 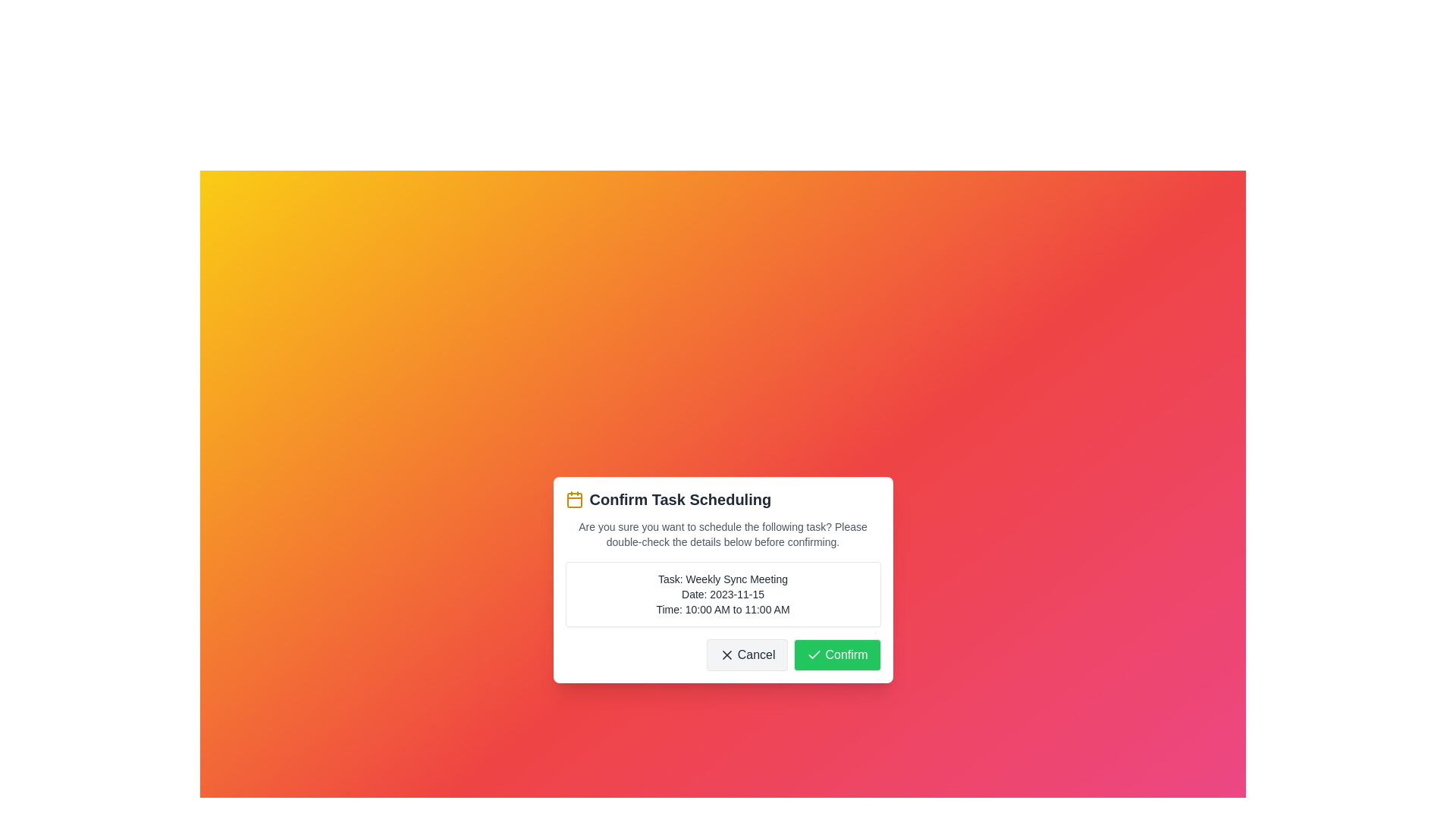 I want to click on the cancellation icon (SVG) located to the left of the 'Cancel' button at the bottom-left of the confirmation dialog box, so click(x=726, y=654).